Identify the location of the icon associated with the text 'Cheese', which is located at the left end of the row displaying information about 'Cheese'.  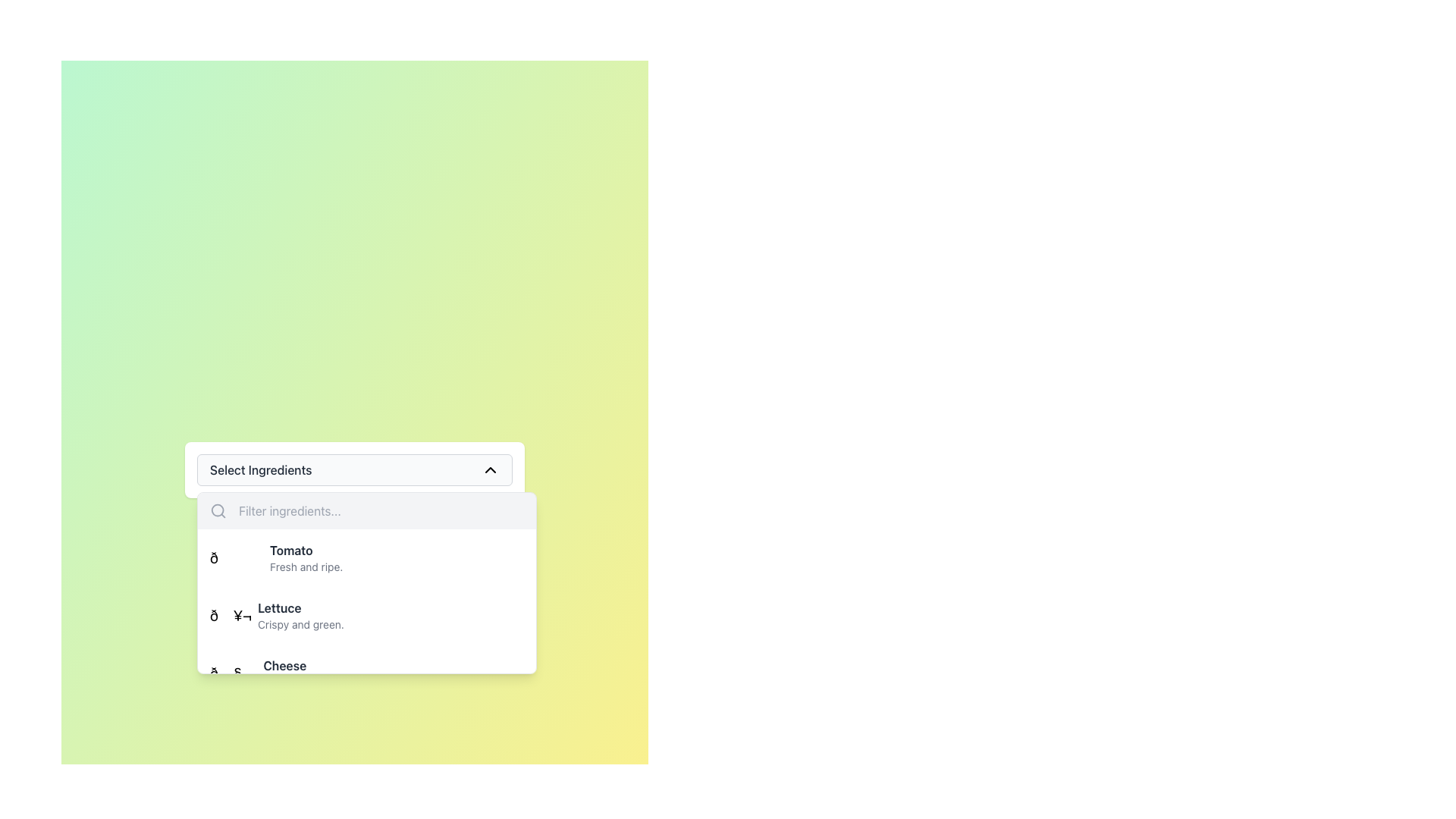
(233, 672).